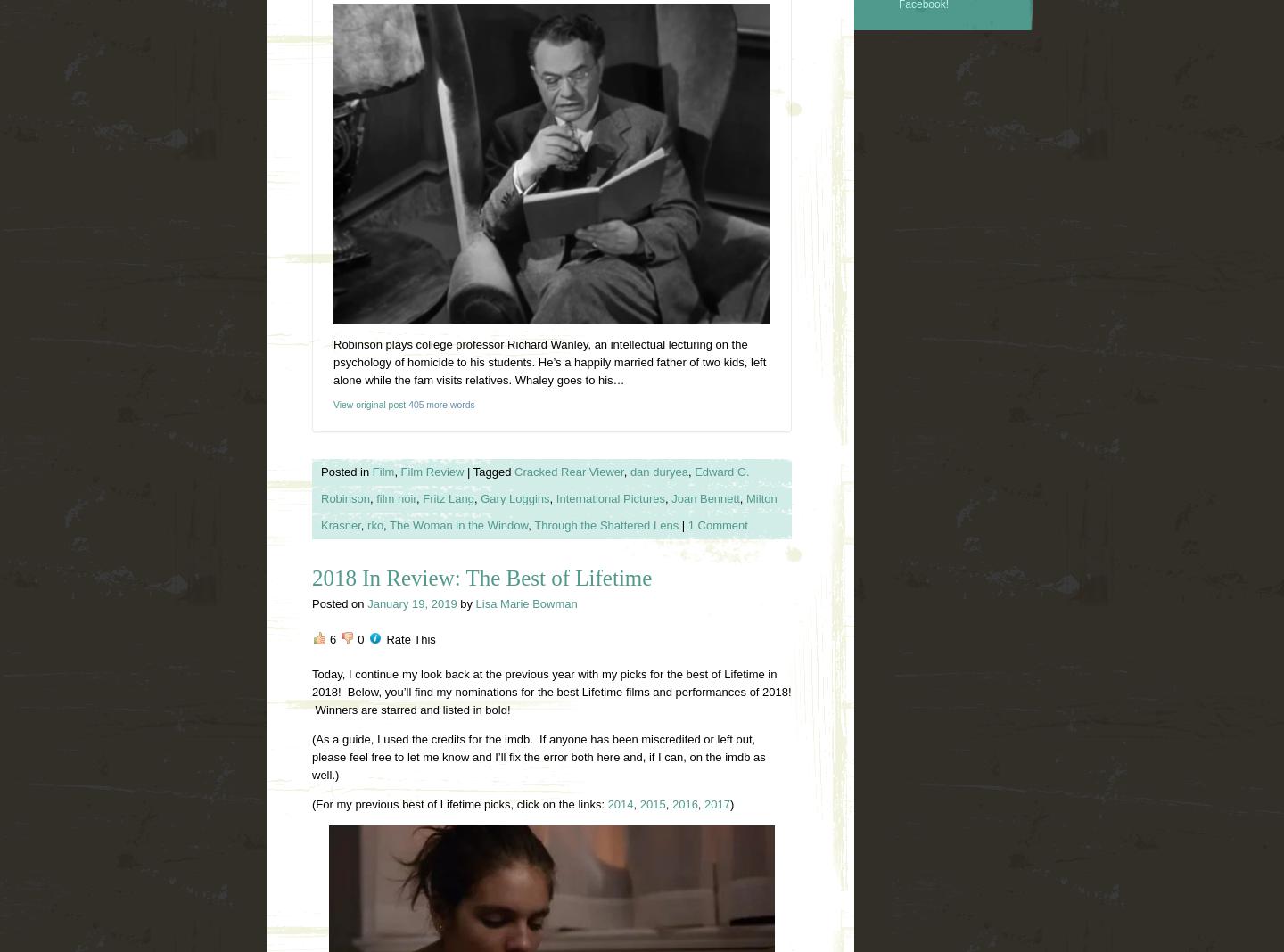 Image resolution: width=1284 pixels, height=952 pixels. What do you see at coordinates (651, 802) in the screenshot?
I see `'2015'` at bounding box center [651, 802].